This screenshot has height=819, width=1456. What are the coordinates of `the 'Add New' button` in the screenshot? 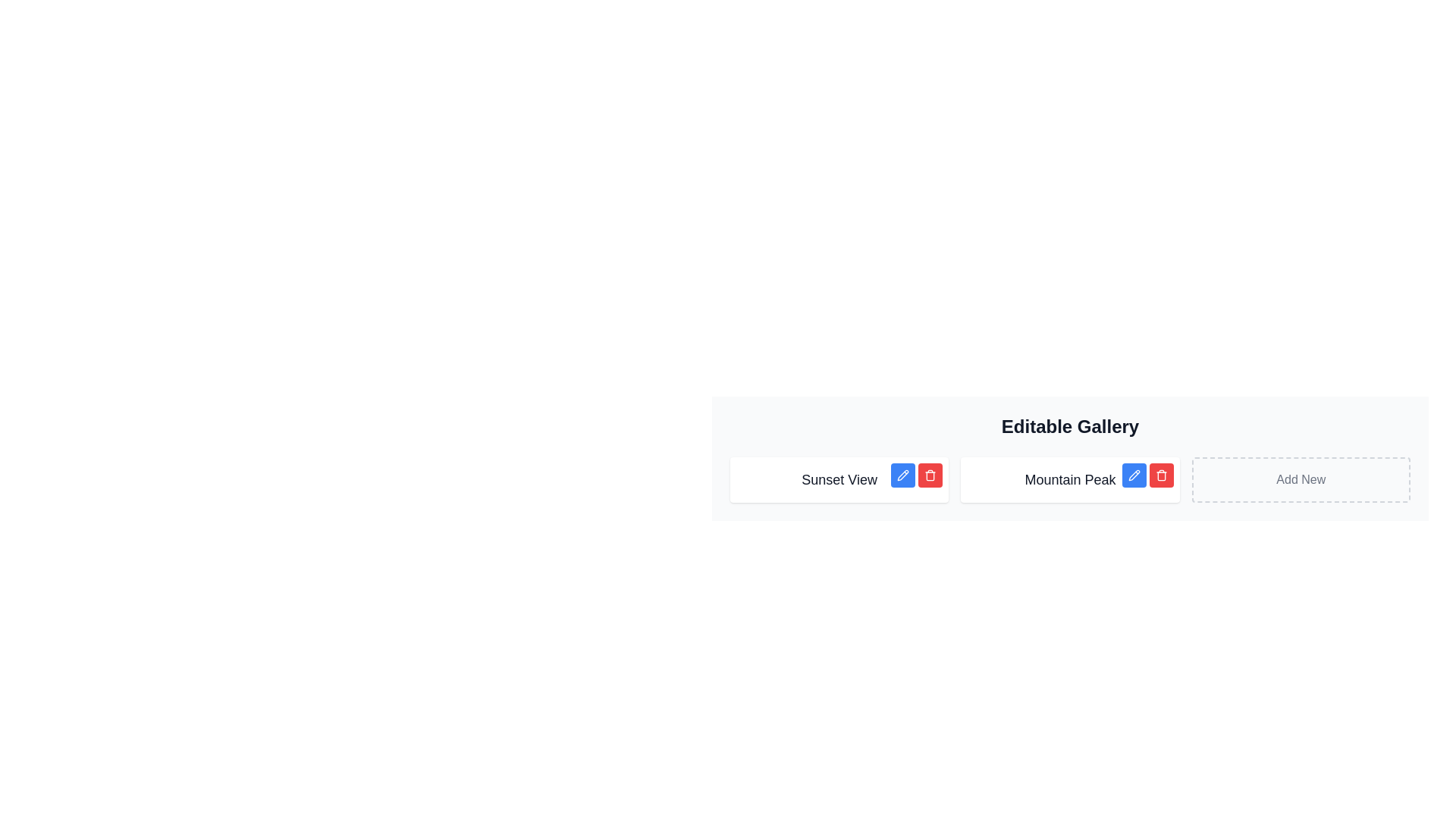 It's located at (1300, 479).